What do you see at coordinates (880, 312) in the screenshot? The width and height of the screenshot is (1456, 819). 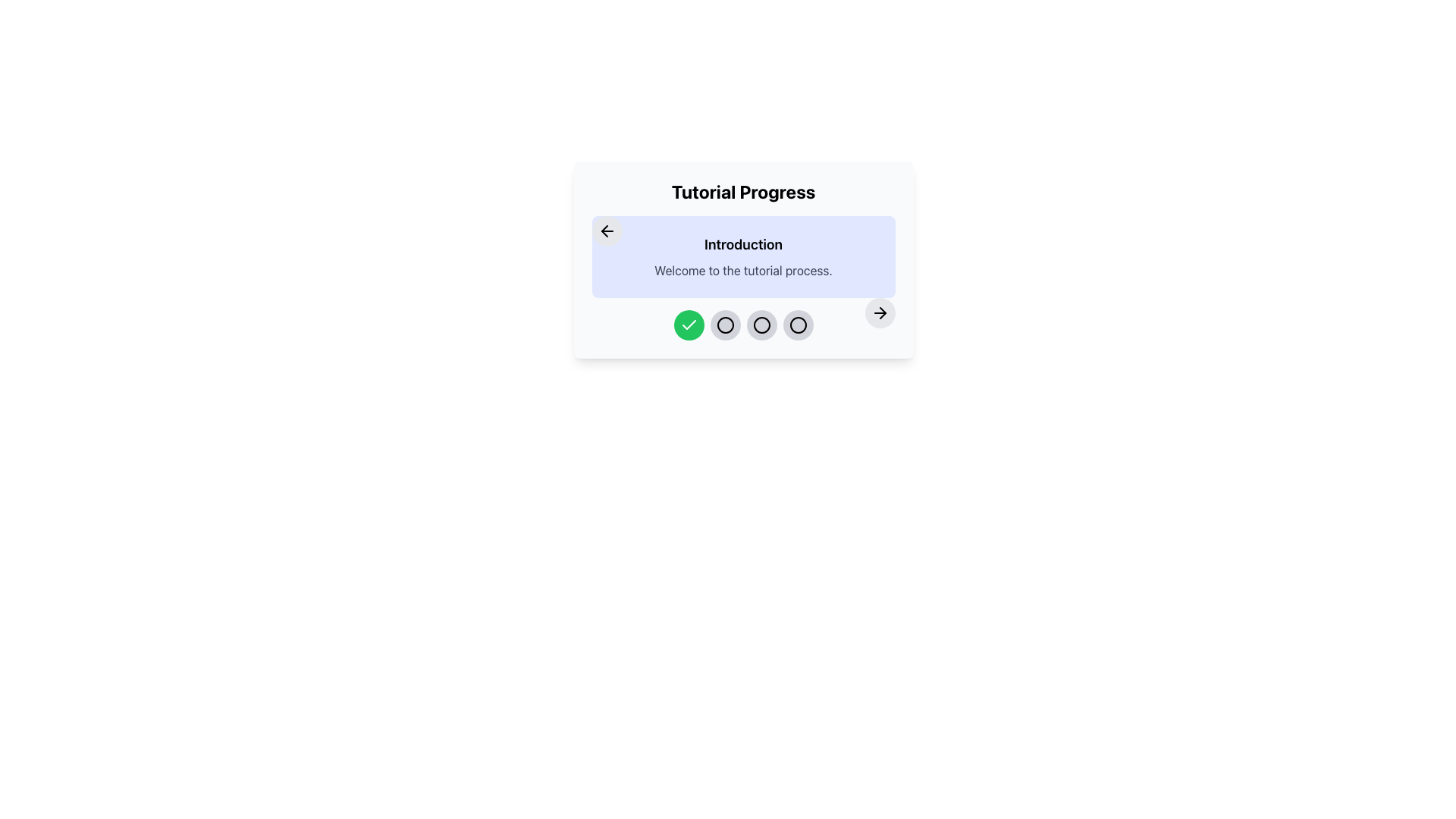 I see `the navigation button with an arrow icon located on the far-right side of the row of circular navigation controls to advance to the next stage in the tutorial process` at bounding box center [880, 312].